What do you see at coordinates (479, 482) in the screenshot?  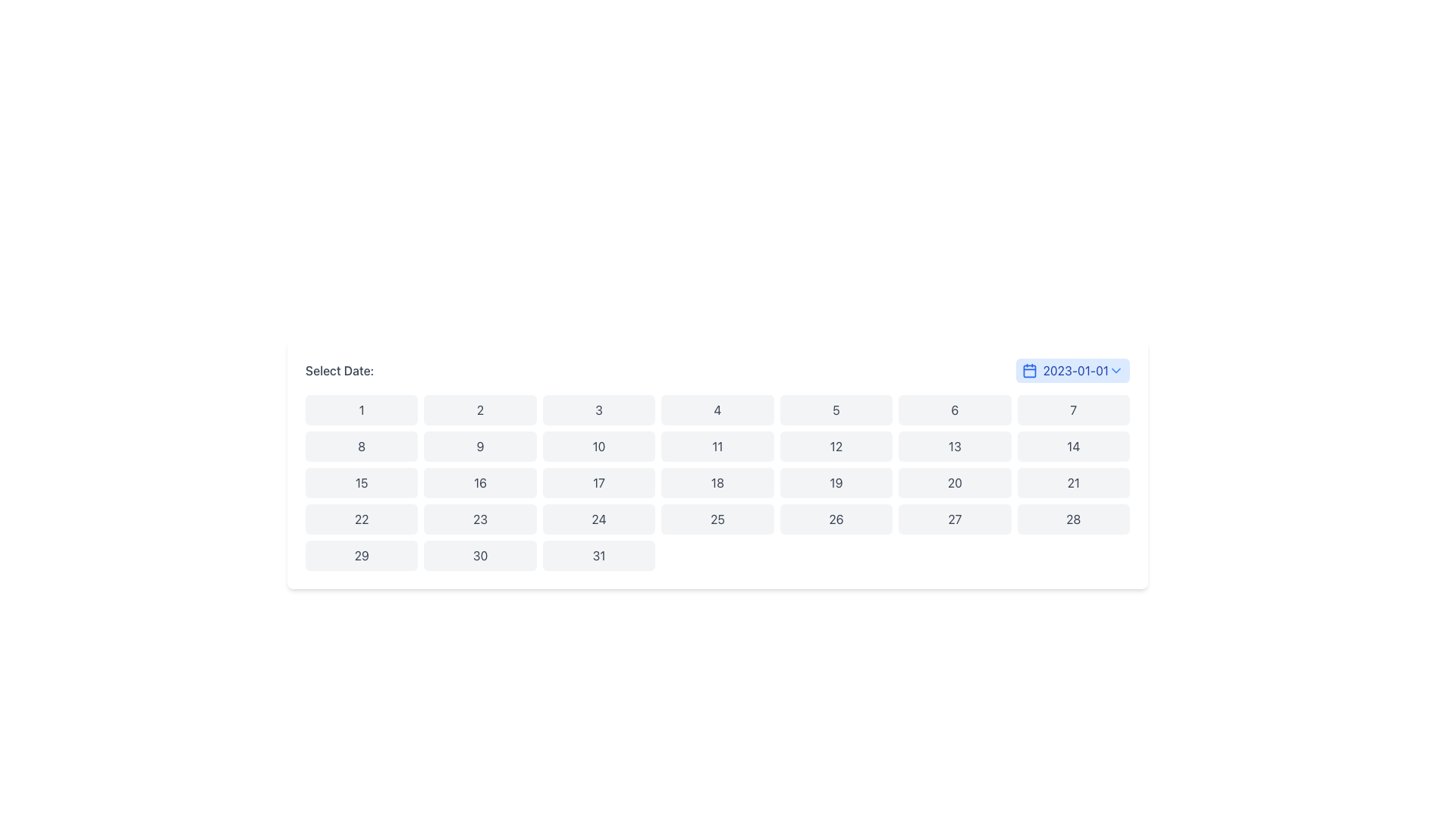 I see `the button that allows the user to select the number '16', located in the third row and second column of the grid layout` at bounding box center [479, 482].